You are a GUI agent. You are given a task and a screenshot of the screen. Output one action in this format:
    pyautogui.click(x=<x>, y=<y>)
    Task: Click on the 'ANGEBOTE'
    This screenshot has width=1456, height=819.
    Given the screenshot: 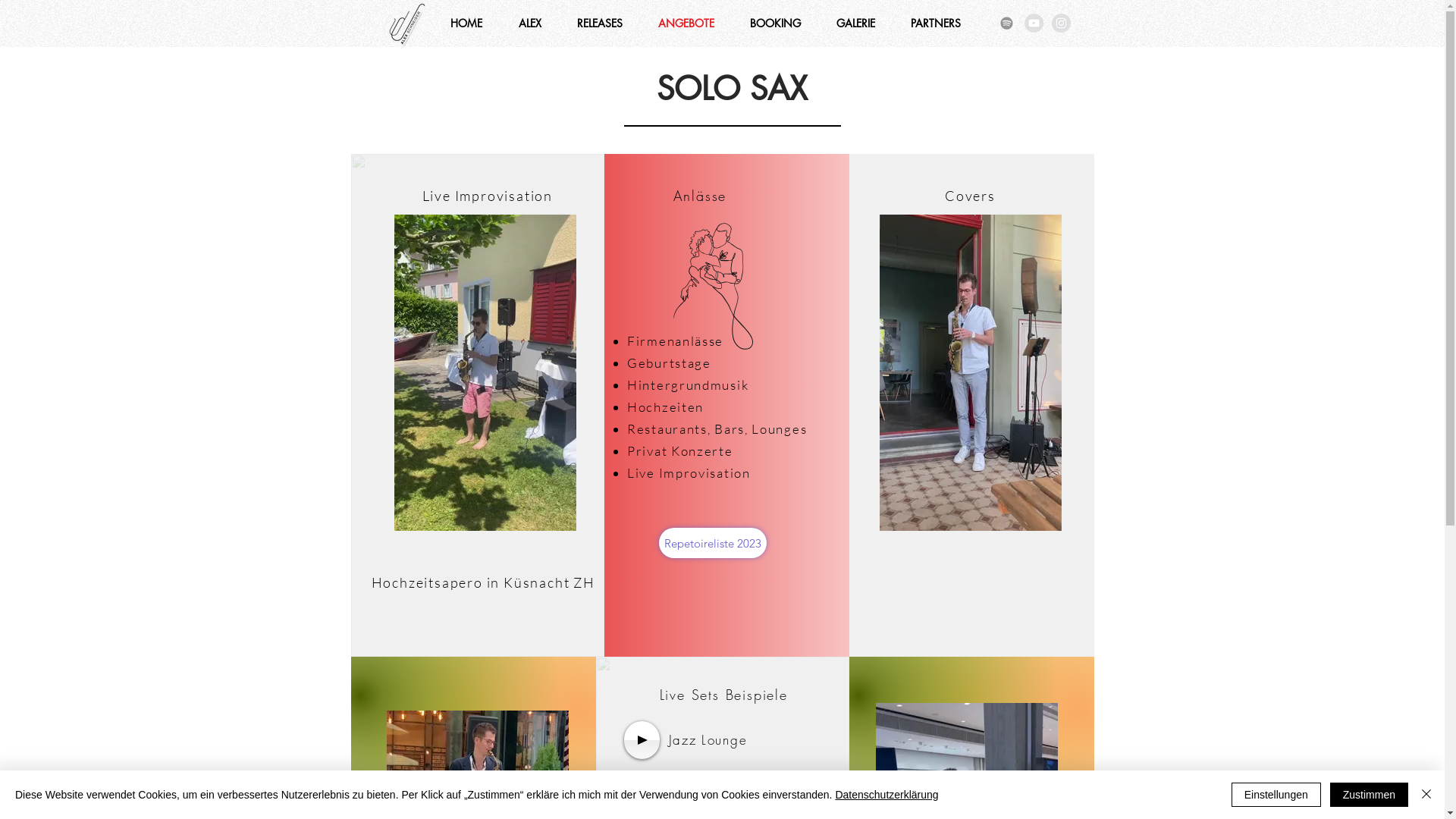 What is the action you would take?
    pyautogui.click(x=685, y=23)
    